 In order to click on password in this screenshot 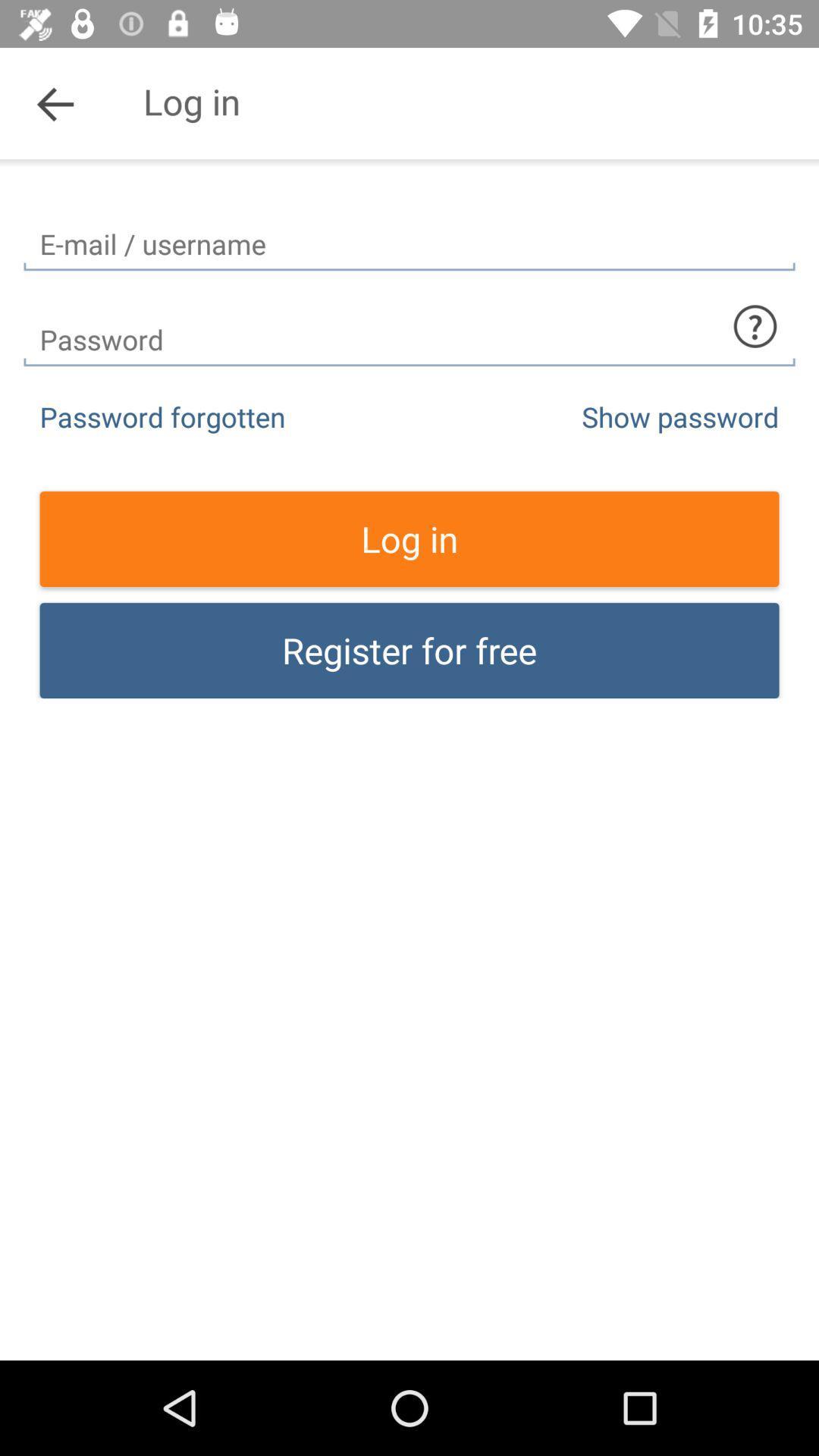, I will do `click(409, 325)`.